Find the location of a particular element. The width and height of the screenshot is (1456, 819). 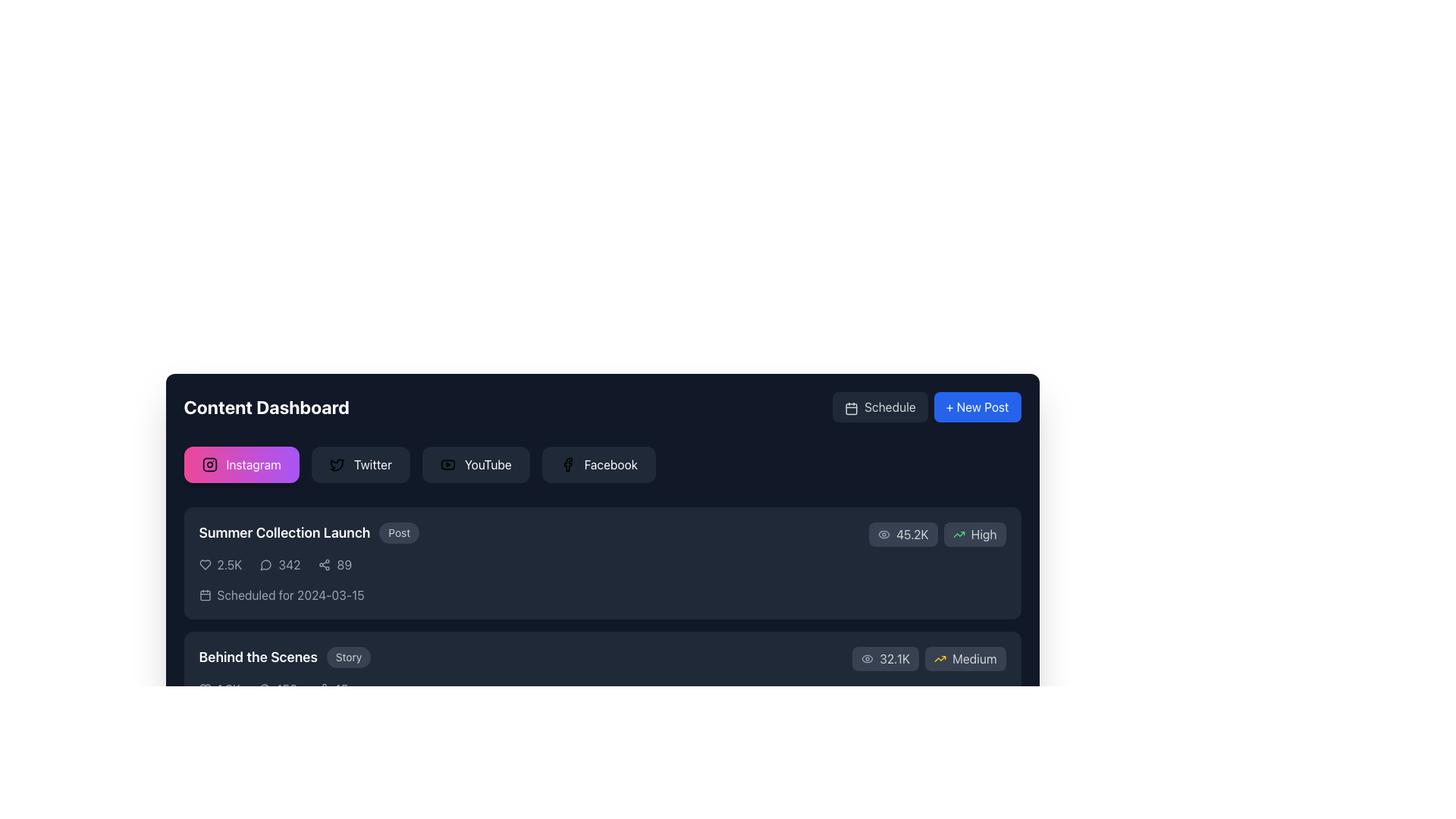

the text label displaying 'High', which is styled in gray against a dark background and positioned to the right of a green arrow icon within a metrics panel is located at coordinates (984, 534).